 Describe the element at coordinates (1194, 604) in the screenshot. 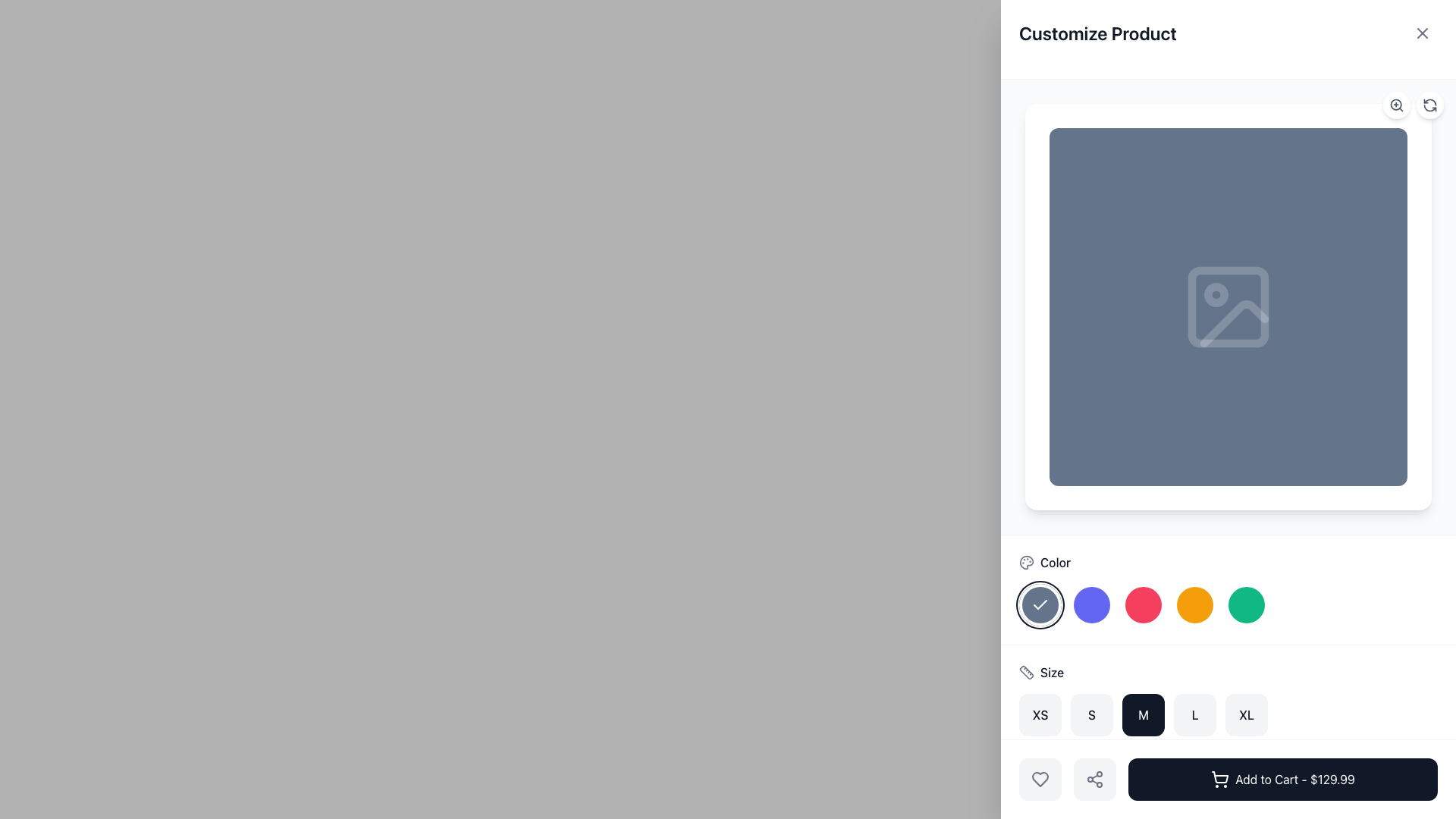

I see `the amber color selection button, which is the third button from the left in the row of color options located beneath the product image on the right-hand side of the interface` at that location.